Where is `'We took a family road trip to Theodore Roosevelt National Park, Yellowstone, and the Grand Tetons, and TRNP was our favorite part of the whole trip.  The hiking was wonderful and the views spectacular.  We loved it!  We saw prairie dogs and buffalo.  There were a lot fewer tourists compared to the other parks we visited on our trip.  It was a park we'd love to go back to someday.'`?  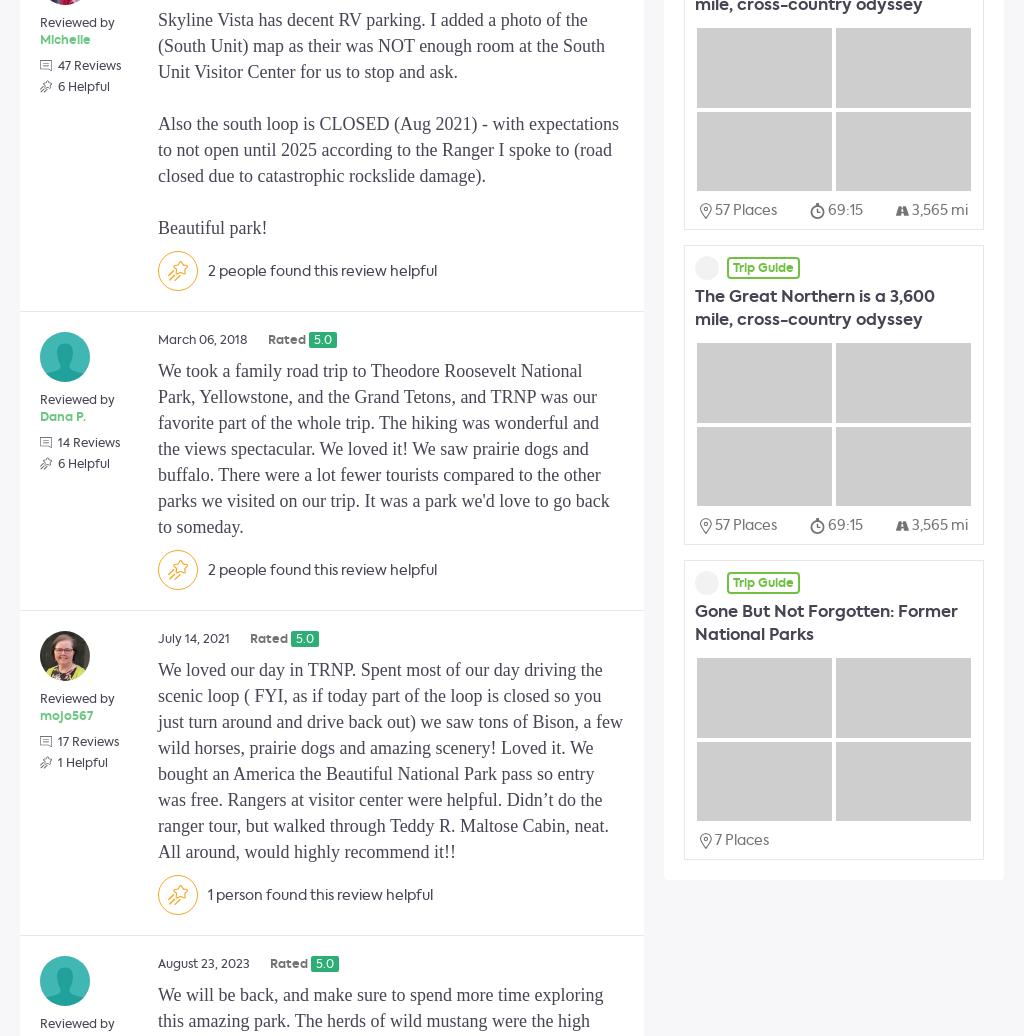
'We took a family road trip to Theodore Roosevelt National Park, Yellowstone, and the Grand Tetons, and TRNP was our favorite part of the whole trip.  The hiking was wonderful and the views spectacular.  We loved it!  We saw prairie dogs and buffalo.  There were a lot fewer tourists compared to the other parks we visited on our trip.  It was a park we'd love to go back to someday.' is located at coordinates (383, 449).